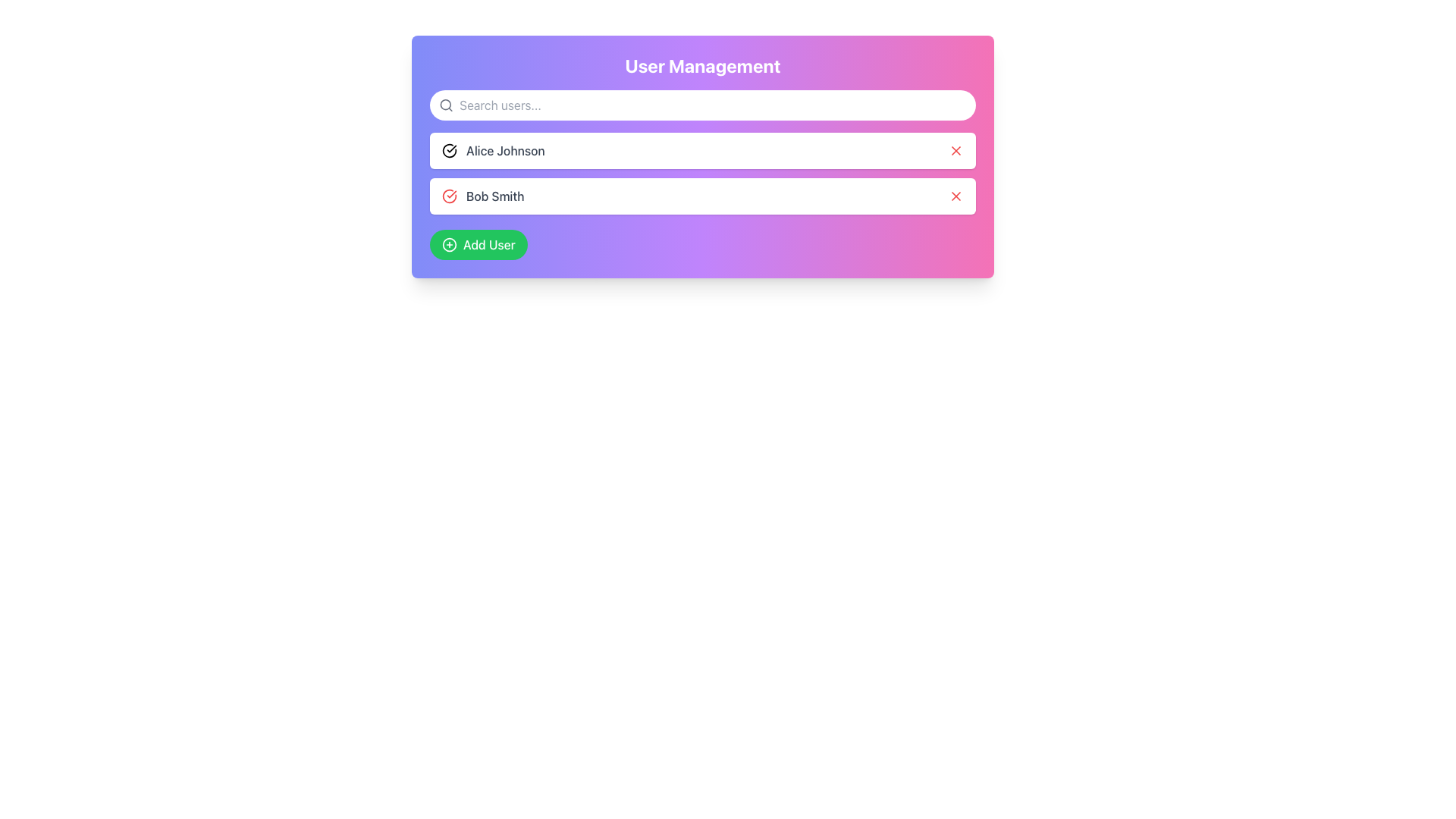 The height and width of the screenshot is (819, 1456). What do you see at coordinates (493, 151) in the screenshot?
I see `the text label indicating that Alice Johnson is a verified user, which is the first entry in the user information list under the 'User Management' header` at bounding box center [493, 151].